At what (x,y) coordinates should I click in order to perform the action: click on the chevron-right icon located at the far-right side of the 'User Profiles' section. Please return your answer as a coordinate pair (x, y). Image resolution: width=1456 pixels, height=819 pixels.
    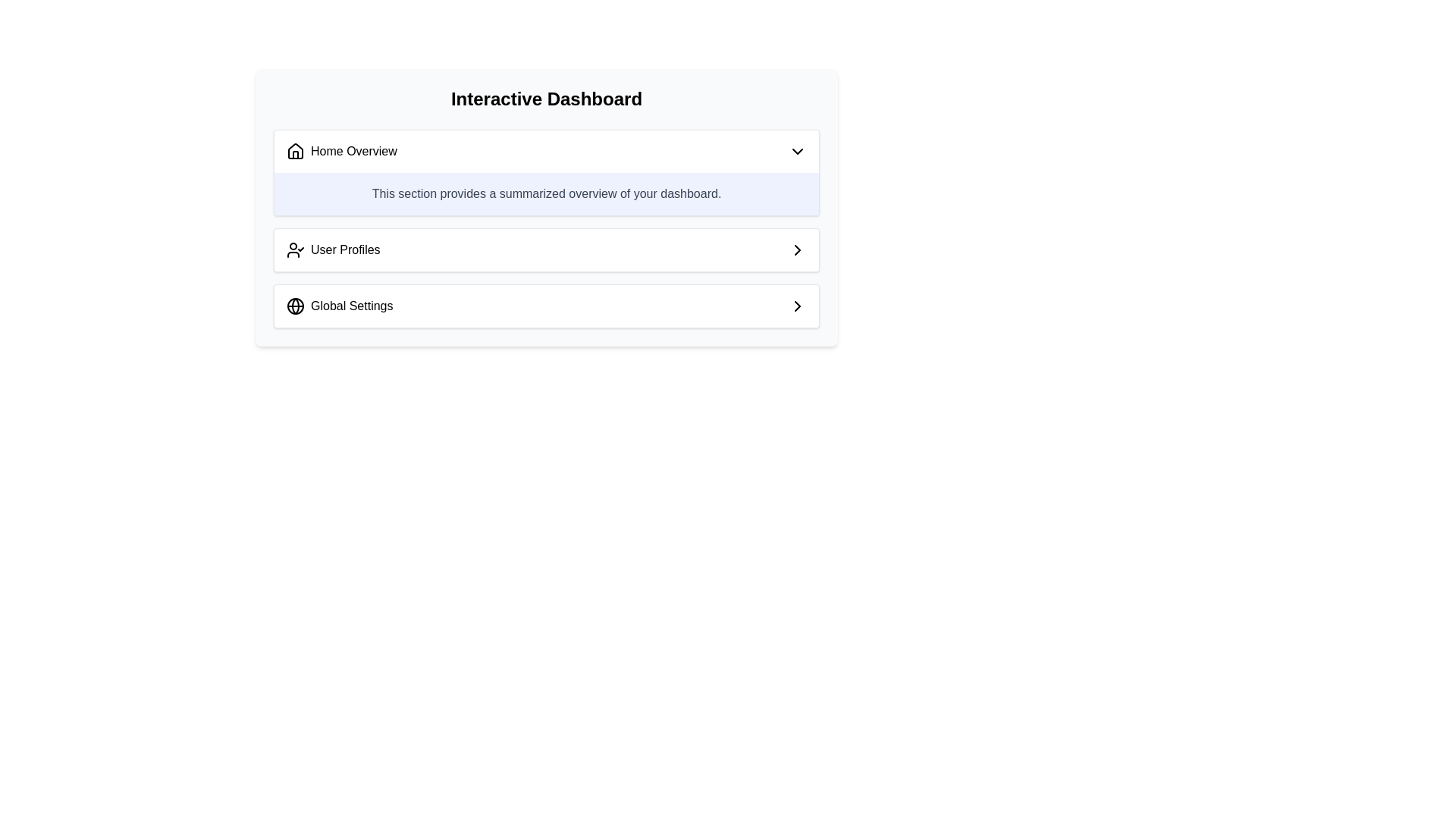
    Looking at the image, I should click on (796, 249).